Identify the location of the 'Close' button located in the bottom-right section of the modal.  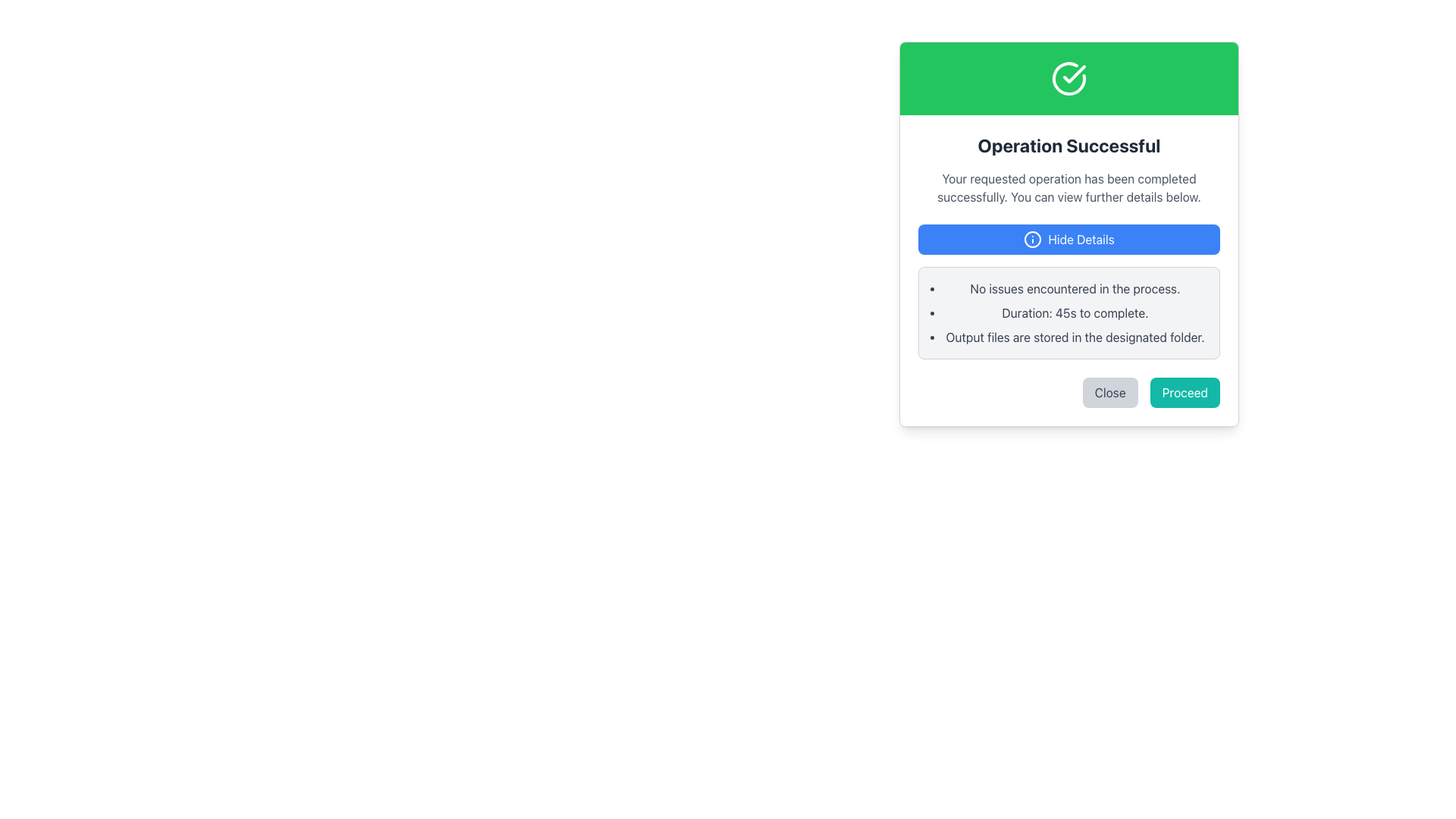
(1110, 391).